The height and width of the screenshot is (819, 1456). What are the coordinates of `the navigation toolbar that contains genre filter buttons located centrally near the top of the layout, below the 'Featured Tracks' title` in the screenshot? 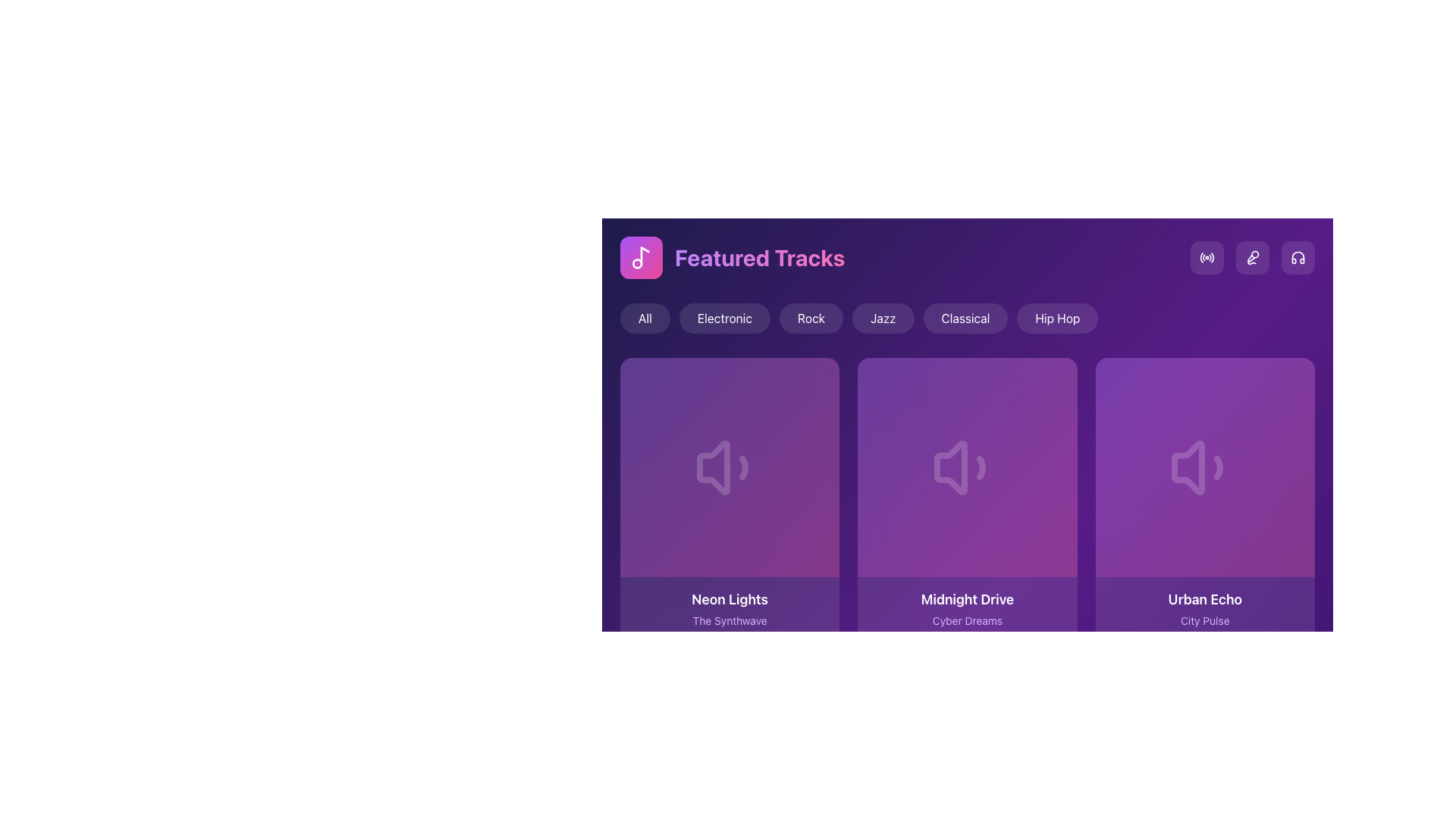 It's located at (967, 318).